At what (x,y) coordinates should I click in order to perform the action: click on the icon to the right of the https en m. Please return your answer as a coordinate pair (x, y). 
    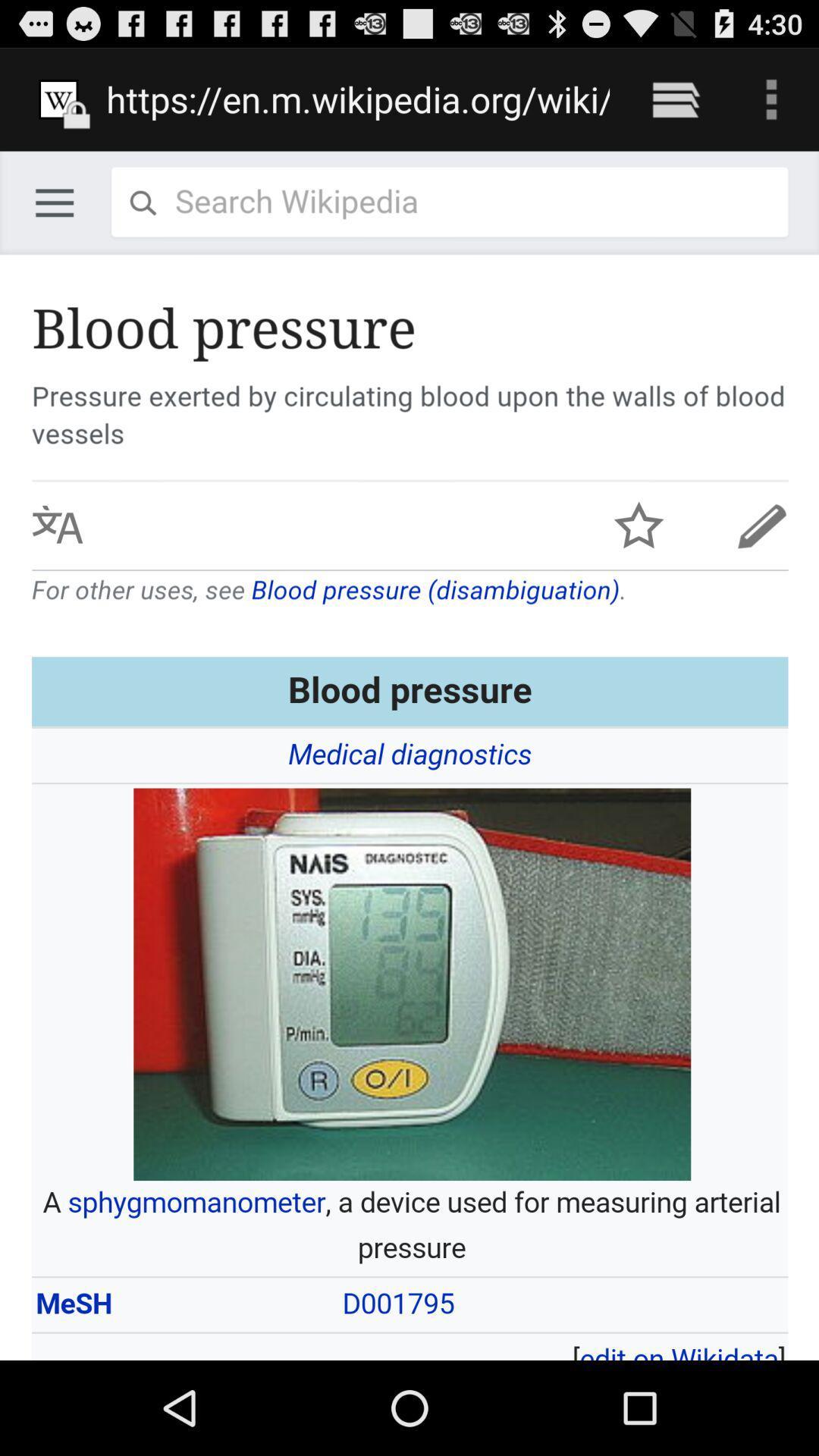
    Looking at the image, I should click on (675, 99).